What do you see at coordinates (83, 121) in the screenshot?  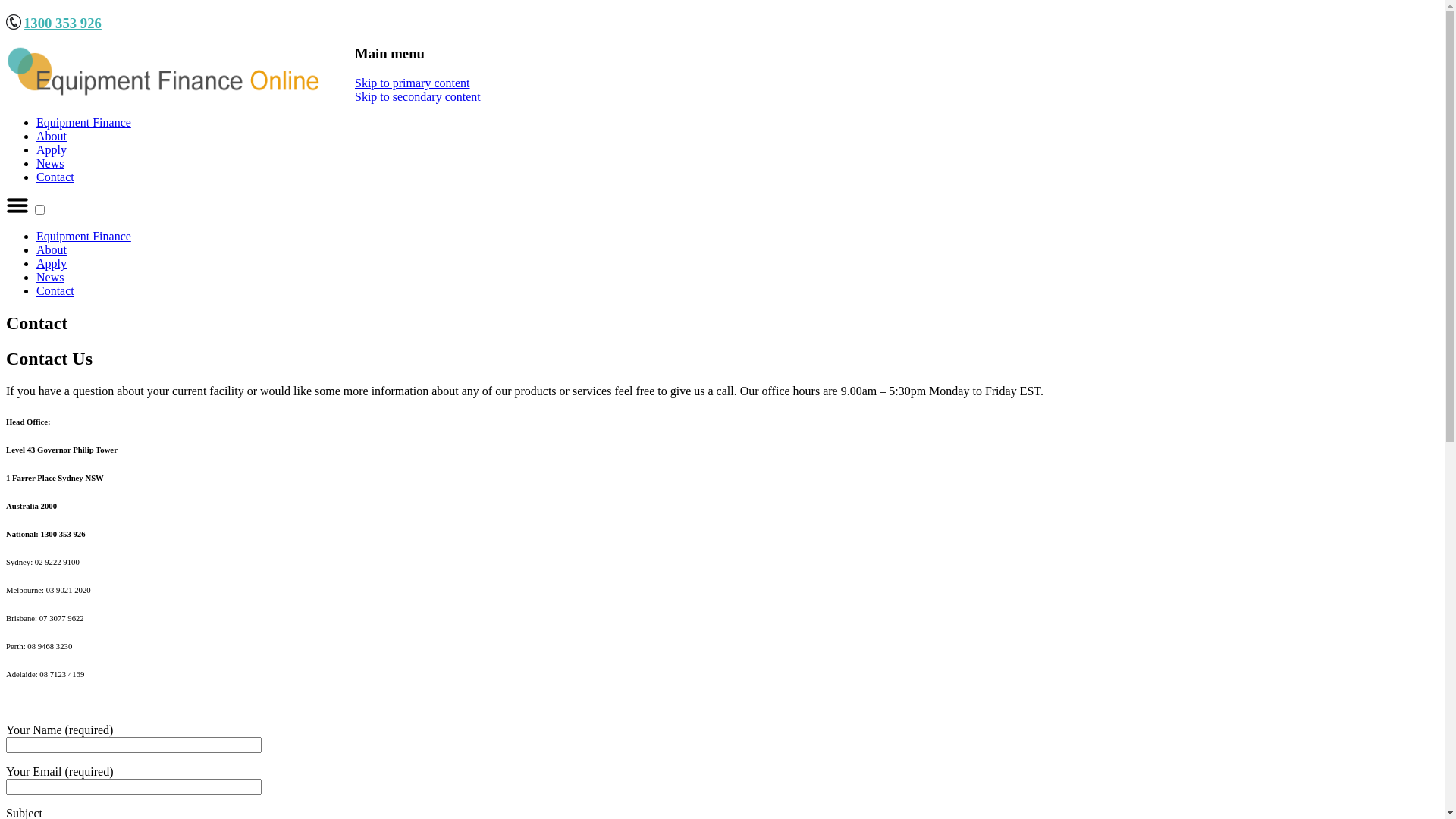 I see `'Equipment Finance'` at bounding box center [83, 121].